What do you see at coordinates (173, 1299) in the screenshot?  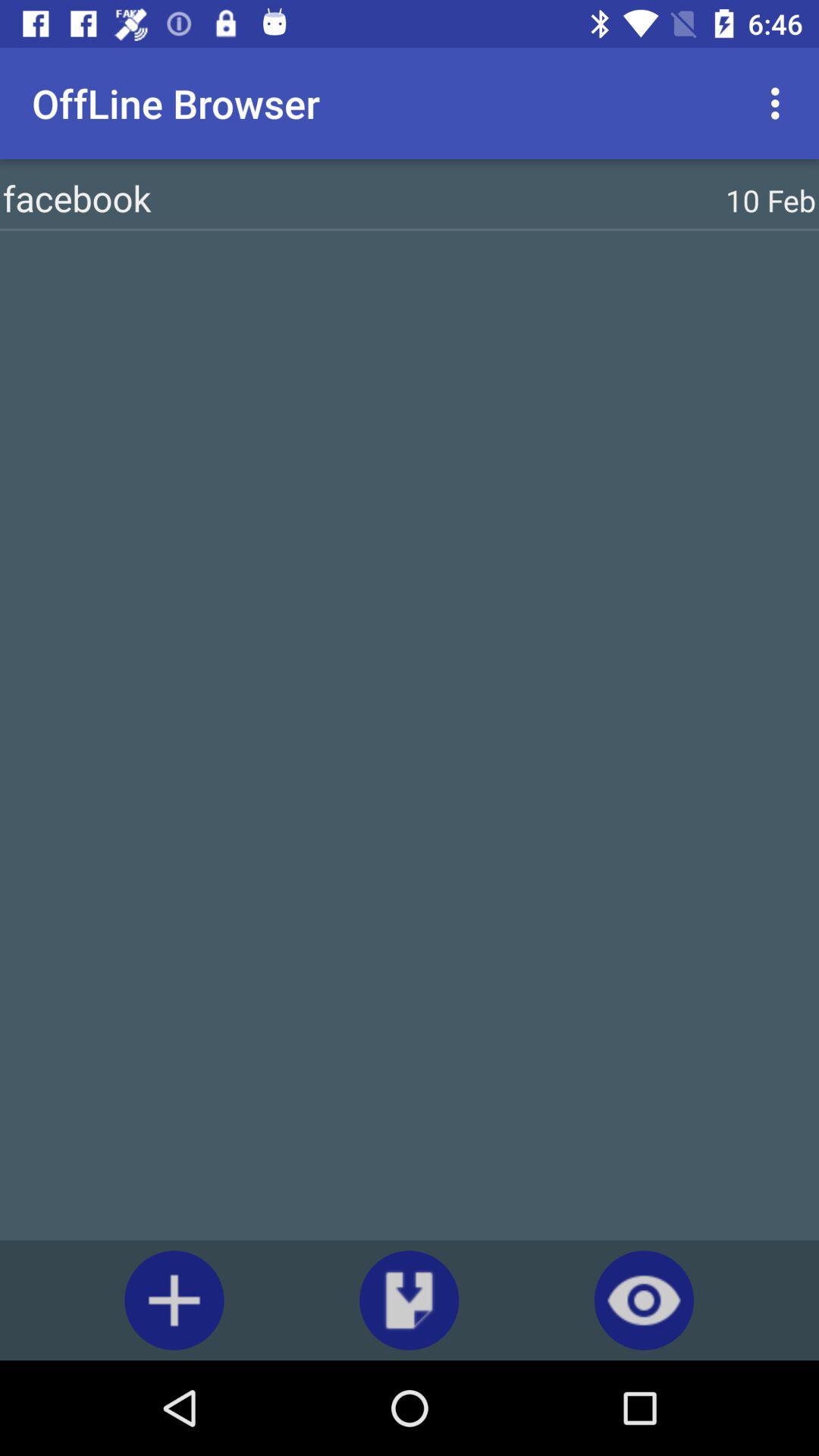 I see `the add icon` at bounding box center [173, 1299].